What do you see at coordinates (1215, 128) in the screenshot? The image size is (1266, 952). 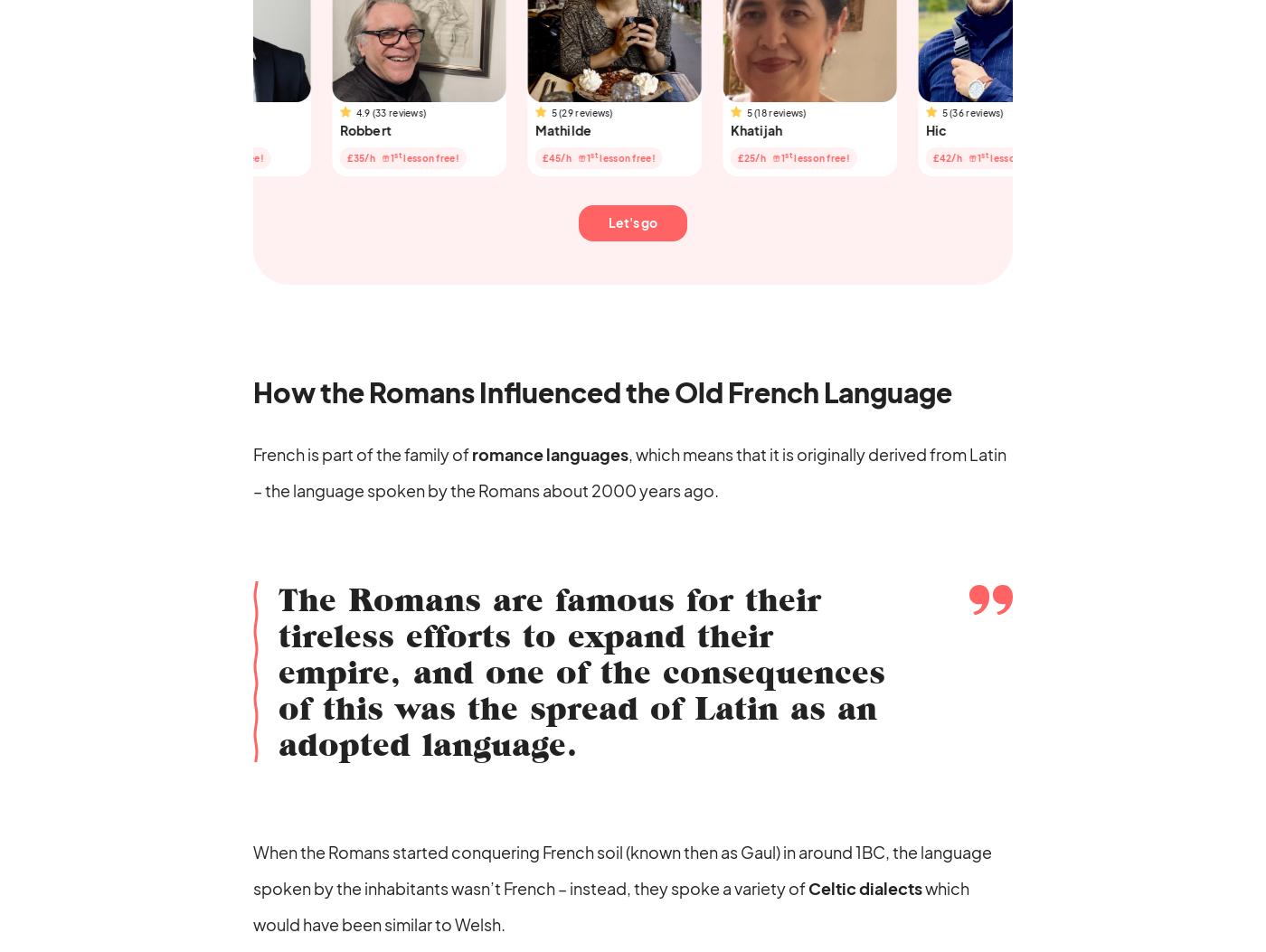 I see `'Maria'` at bounding box center [1215, 128].